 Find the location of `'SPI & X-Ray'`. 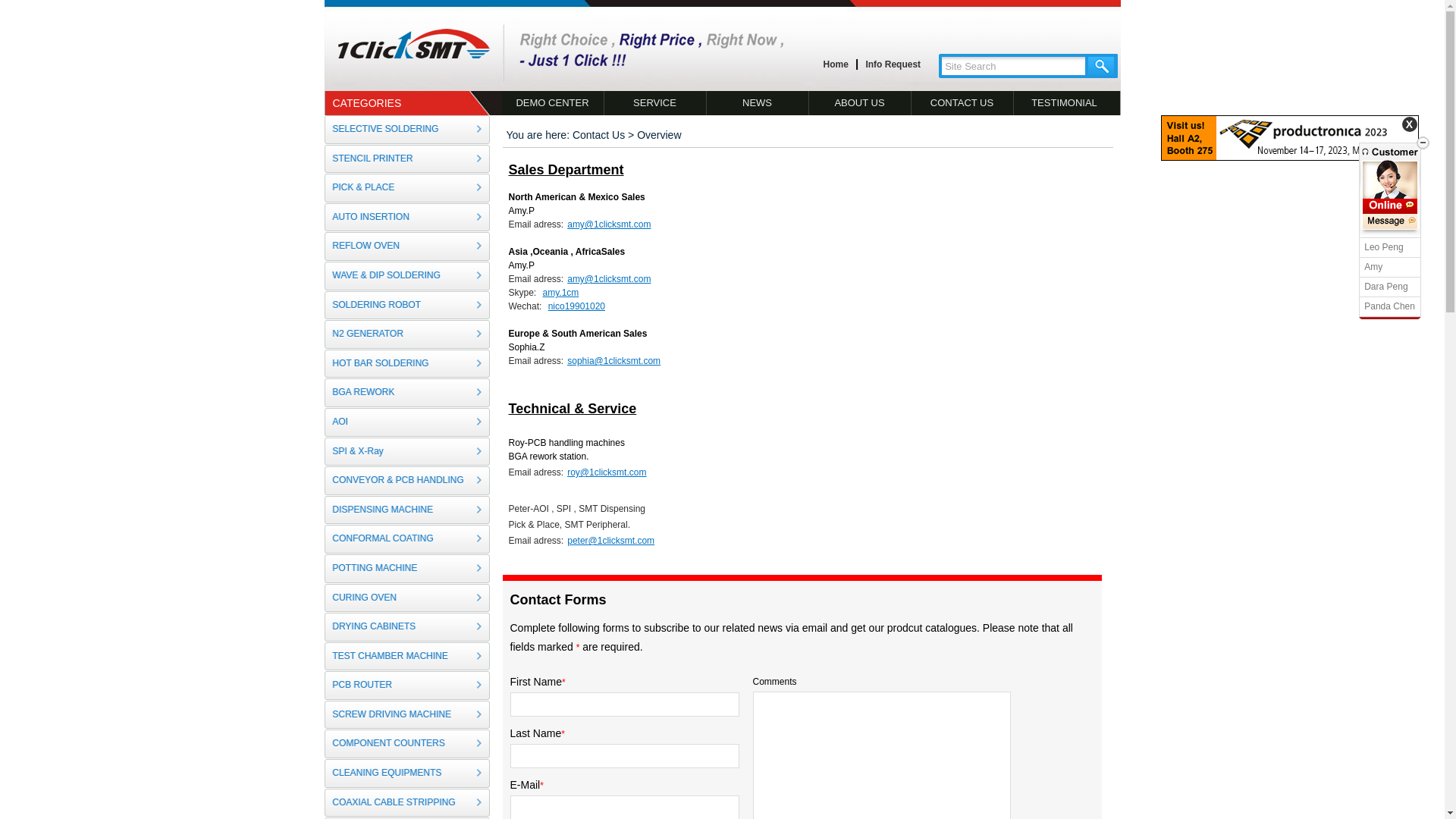

'SPI & X-Ray' is located at coordinates (407, 451).